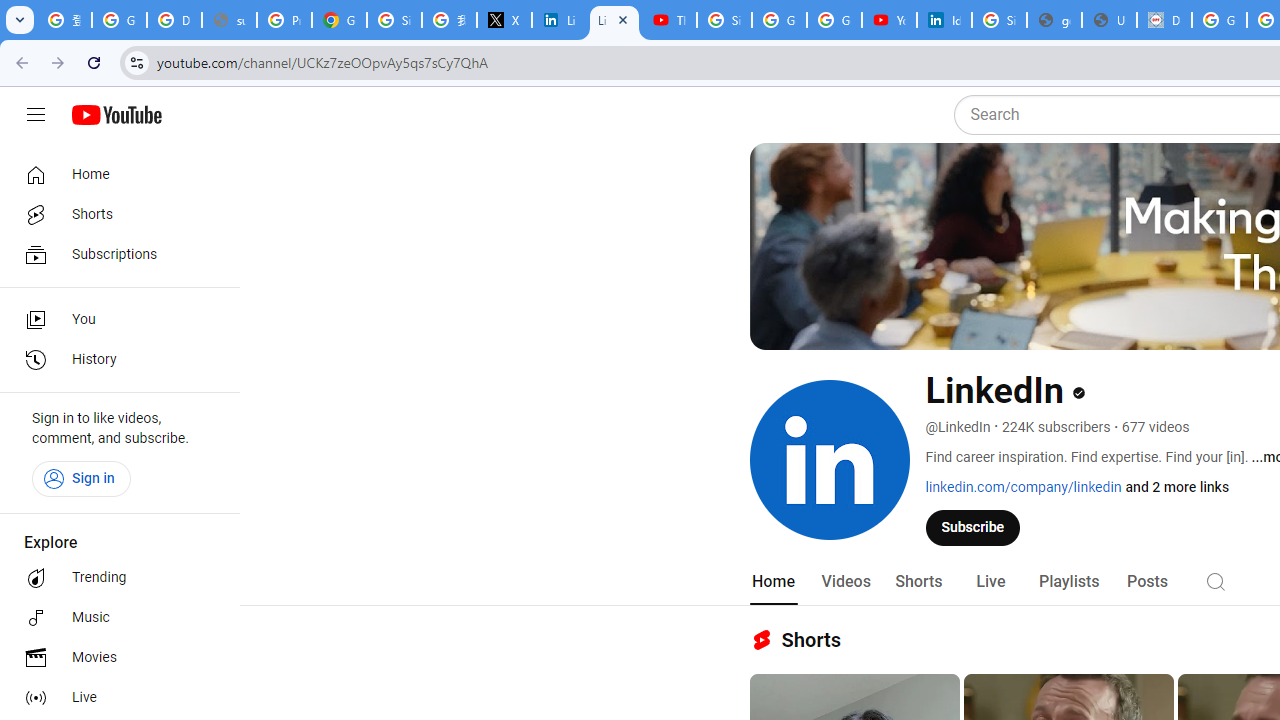 The image size is (1280, 720). I want to click on 'linkedin.com/company/linkedin', so click(1024, 487).